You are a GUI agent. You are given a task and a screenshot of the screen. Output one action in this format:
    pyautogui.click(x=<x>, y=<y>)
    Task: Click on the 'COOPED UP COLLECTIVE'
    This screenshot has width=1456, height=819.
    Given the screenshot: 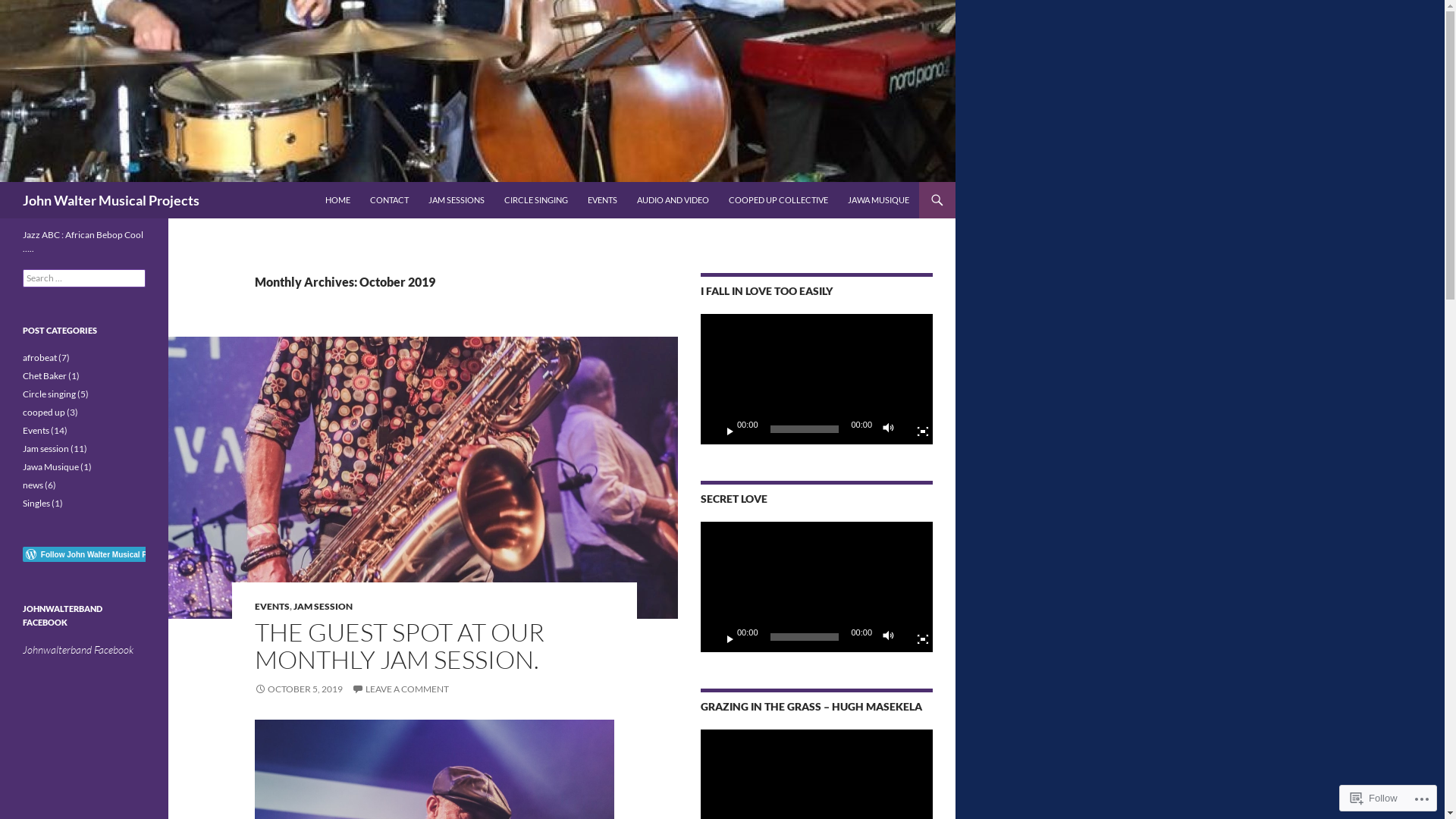 What is the action you would take?
    pyautogui.click(x=778, y=199)
    